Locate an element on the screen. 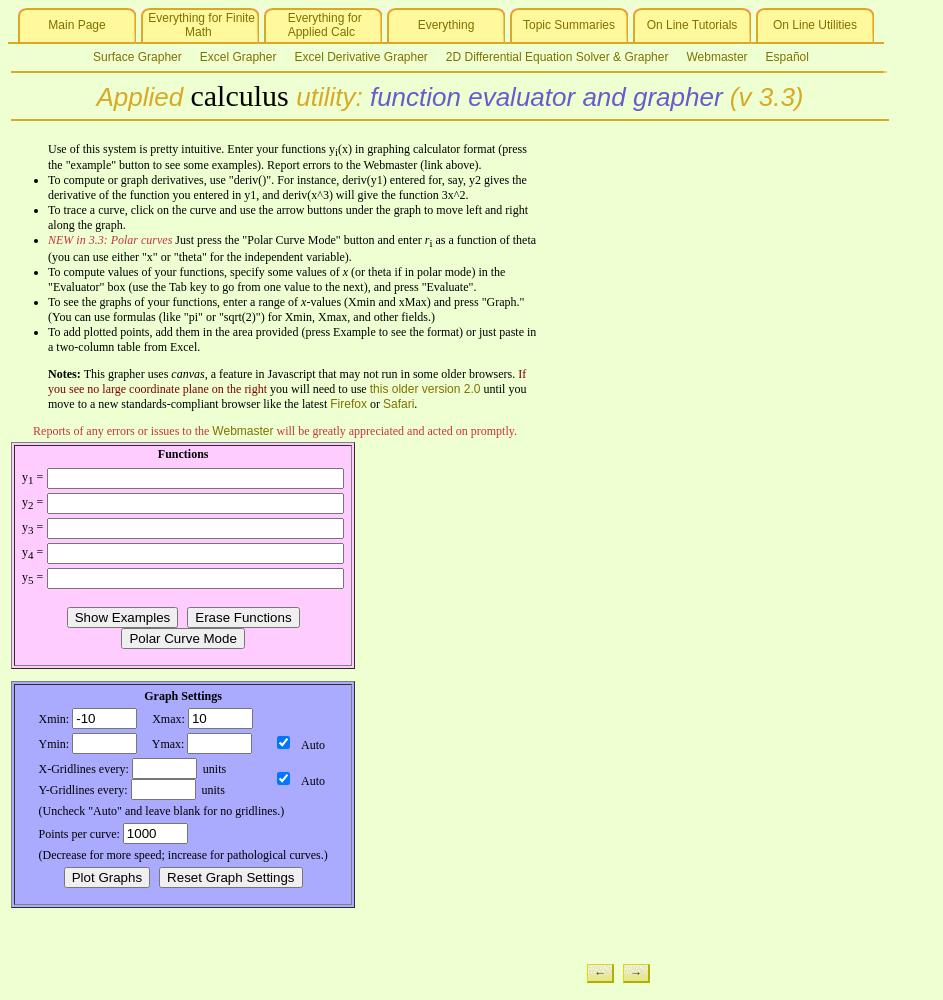  '(x) in graphing calculator format (press the "example" button to see some examples). Report errors to the Webmaster (link above).' is located at coordinates (285, 157).